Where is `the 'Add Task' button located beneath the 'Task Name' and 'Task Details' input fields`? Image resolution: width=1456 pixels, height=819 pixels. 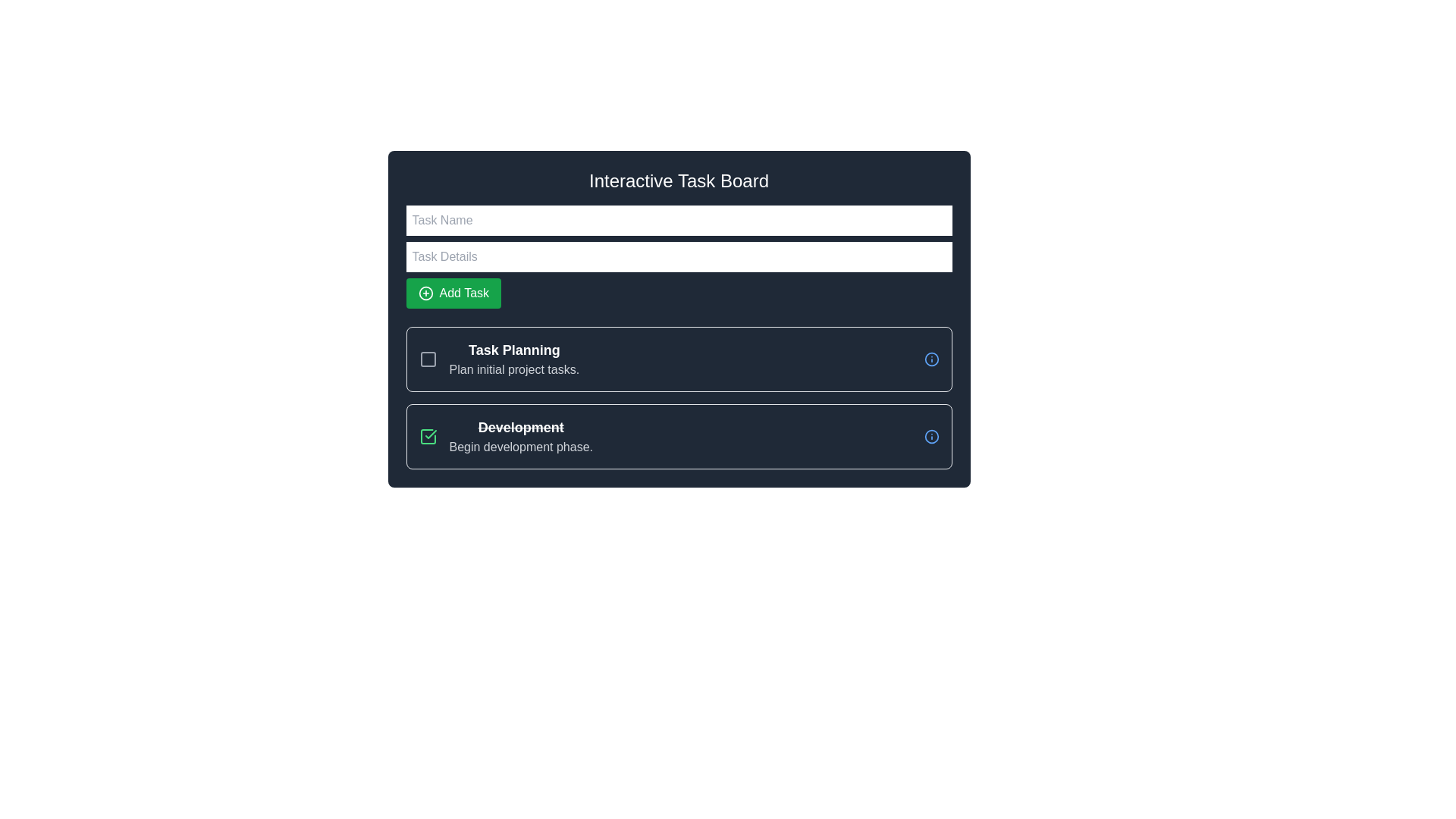 the 'Add Task' button located beneath the 'Task Name' and 'Task Details' input fields is located at coordinates (453, 293).